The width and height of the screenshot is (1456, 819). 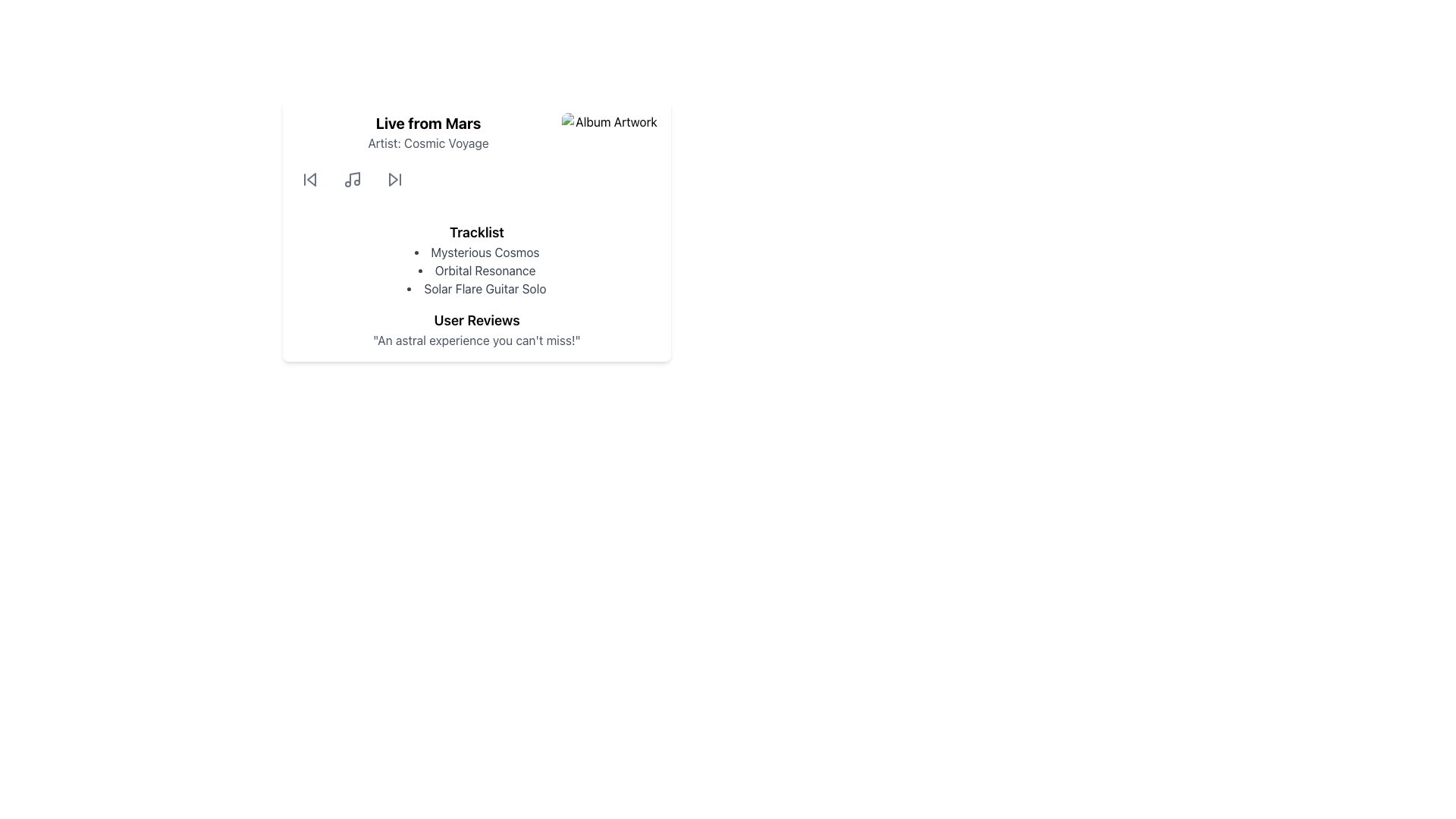 What do you see at coordinates (309, 178) in the screenshot?
I see `the backward skip button, which is a gray leftward arrow icon adjacent to a vertical line, located in the first position of a horizontal group of three buttons below the album title` at bounding box center [309, 178].